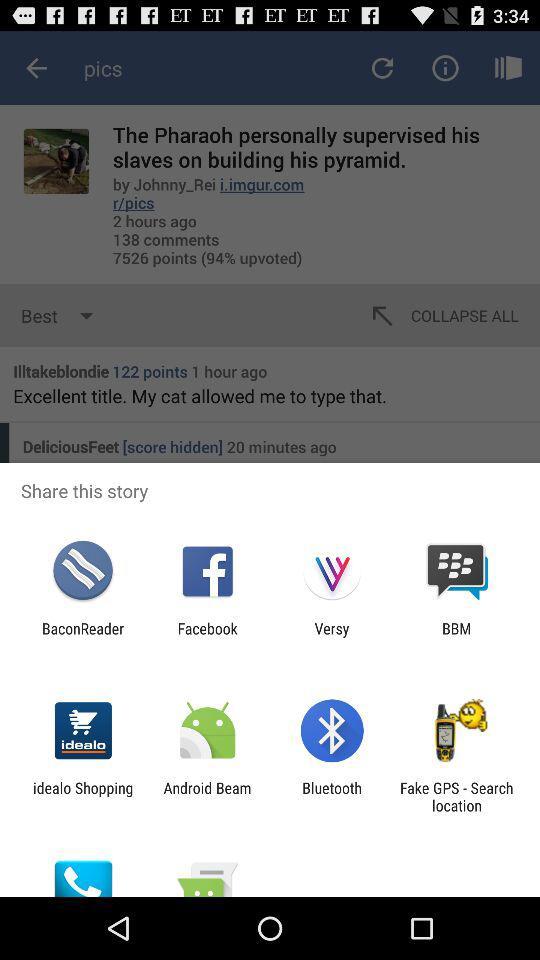  Describe the element at coordinates (82, 796) in the screenshot. I see `the item next to android beam icon` at that location.